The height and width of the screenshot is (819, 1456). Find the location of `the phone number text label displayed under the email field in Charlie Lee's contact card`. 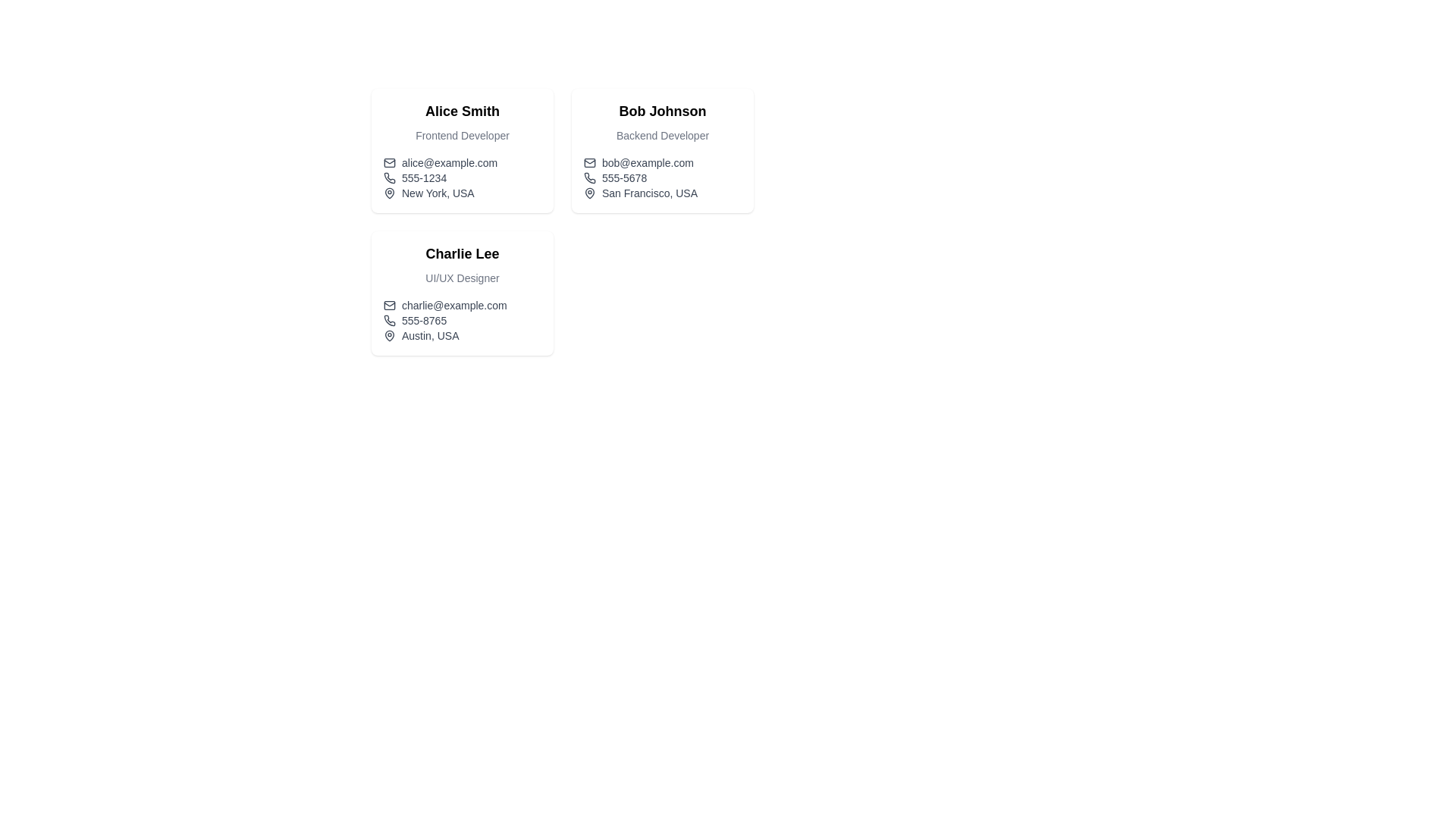

the phone number text label displayed under the email field in Charlie Lee's contact card is located at coordinates (424, 320).